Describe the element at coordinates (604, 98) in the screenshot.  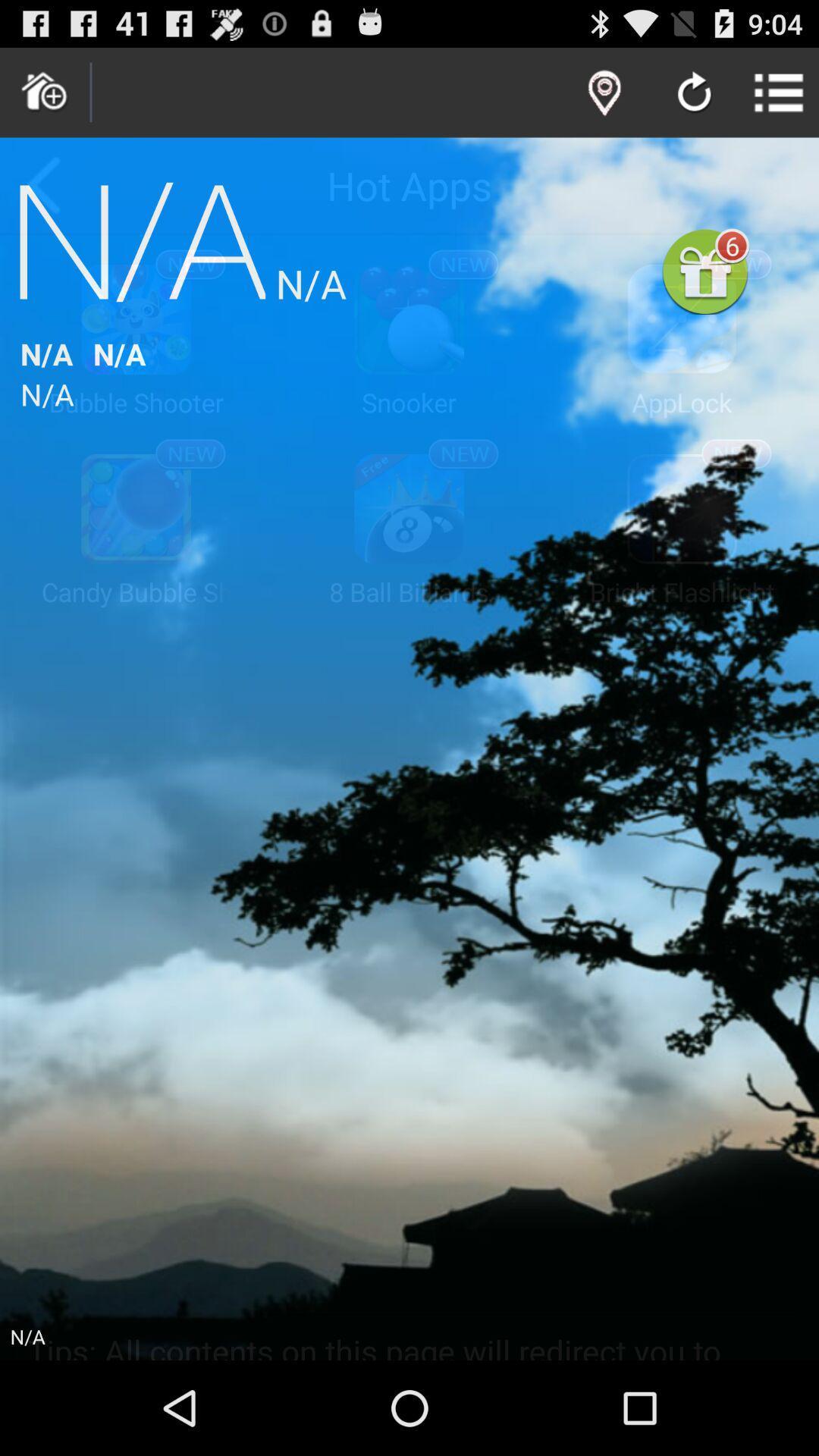
I see `the location icon` at that location.